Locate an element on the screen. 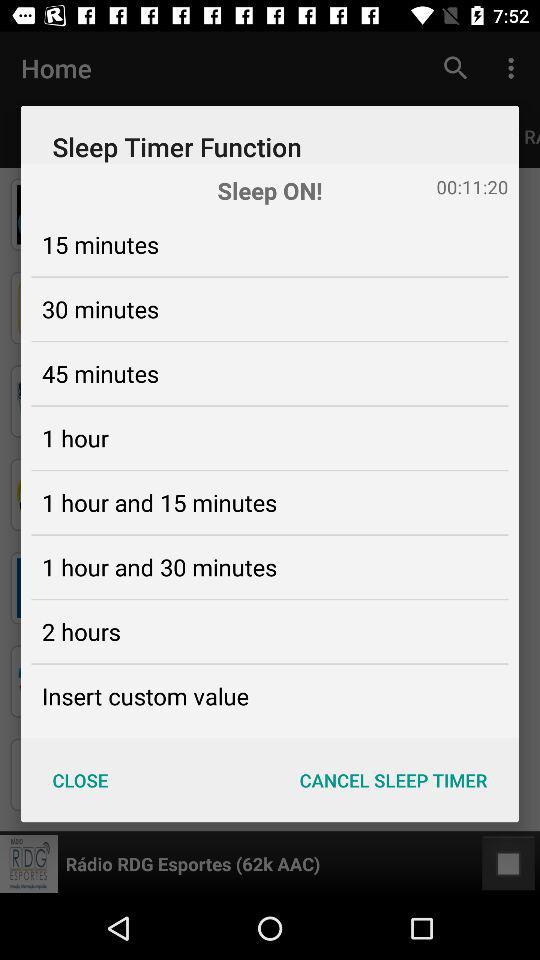 The height and width of the screenshot is (960, 540). the insert custom value icon is located at coordinates (144, 696).